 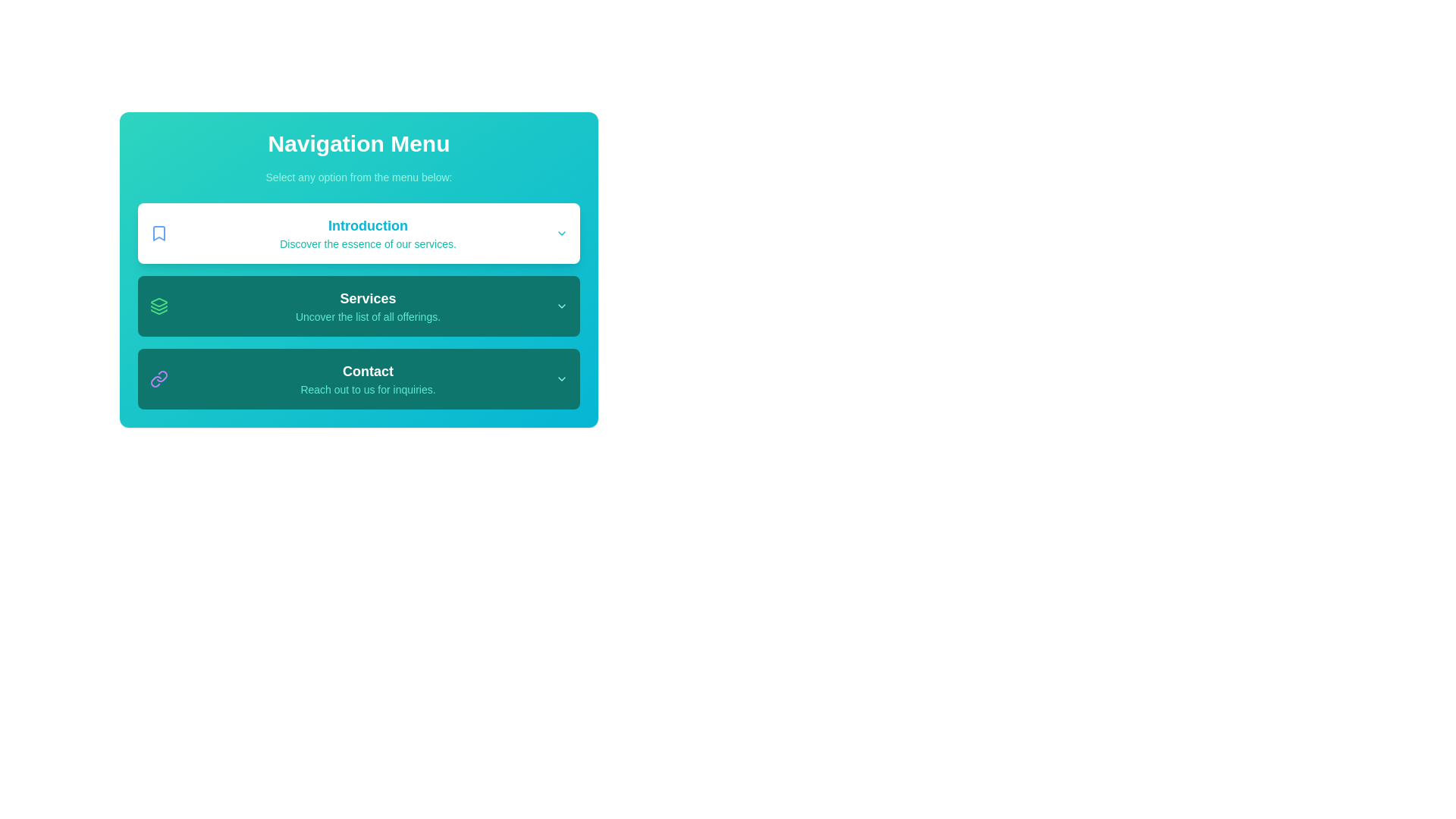 I want to click on the downward chevron icon on the far right side of the 'Introduction' section, so click(x=560, y=234).